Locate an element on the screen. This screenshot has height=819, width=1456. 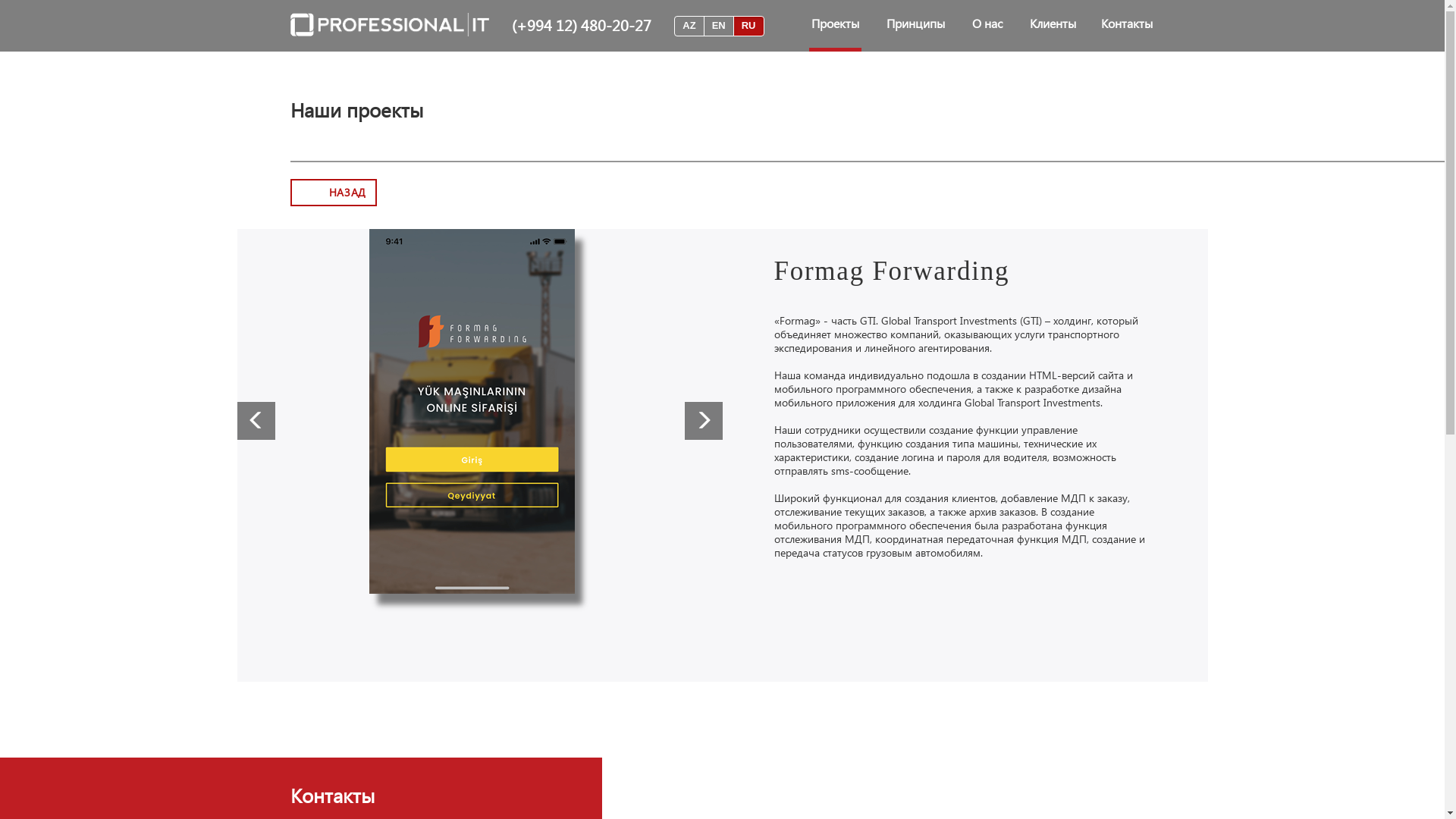
'EN' is located at coordinates (718, 26).